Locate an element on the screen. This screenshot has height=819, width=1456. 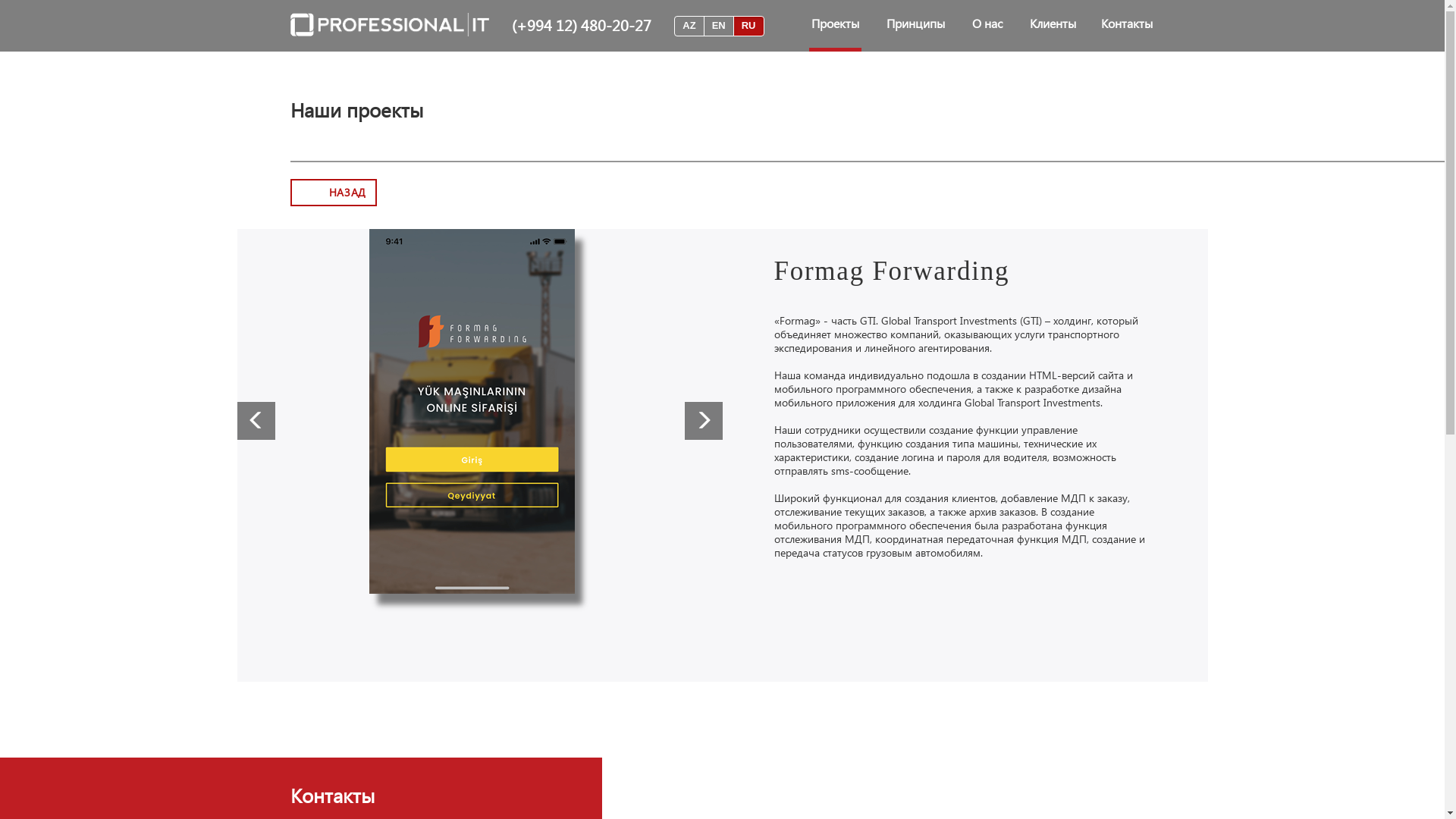
'EN' is located at coordinates (718, 26).